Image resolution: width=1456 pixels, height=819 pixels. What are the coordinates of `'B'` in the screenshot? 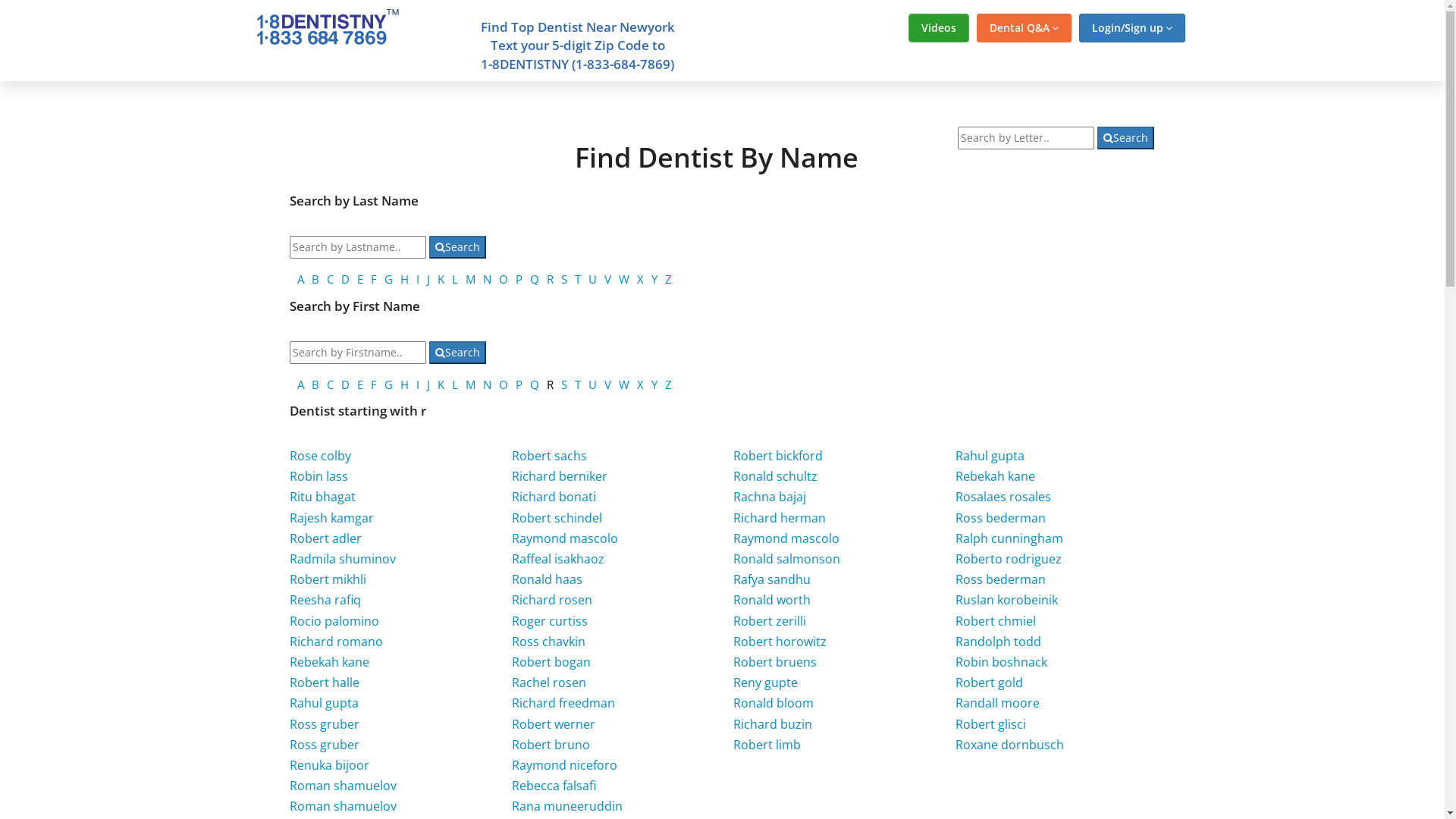 It's located at (315, 383).